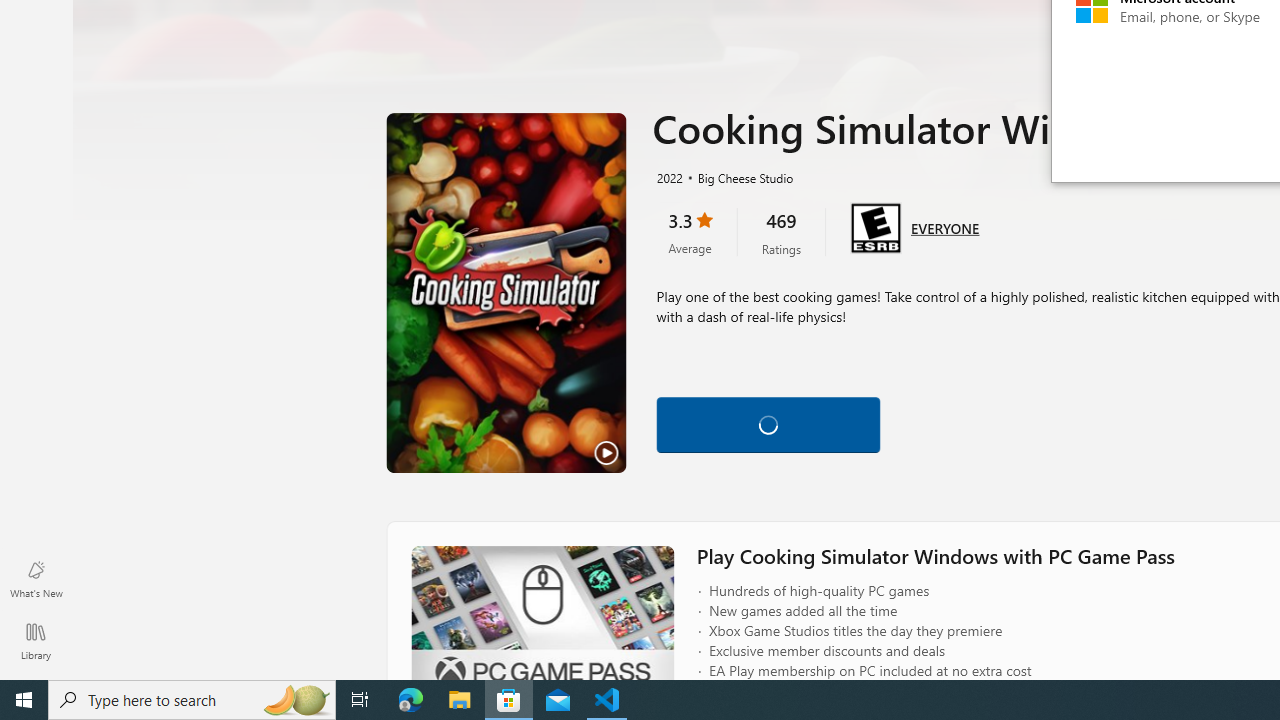 Image resolution: width=1280 pixels, height=720 pixels. I want to click on 'Type here to search', so click(192, 698).